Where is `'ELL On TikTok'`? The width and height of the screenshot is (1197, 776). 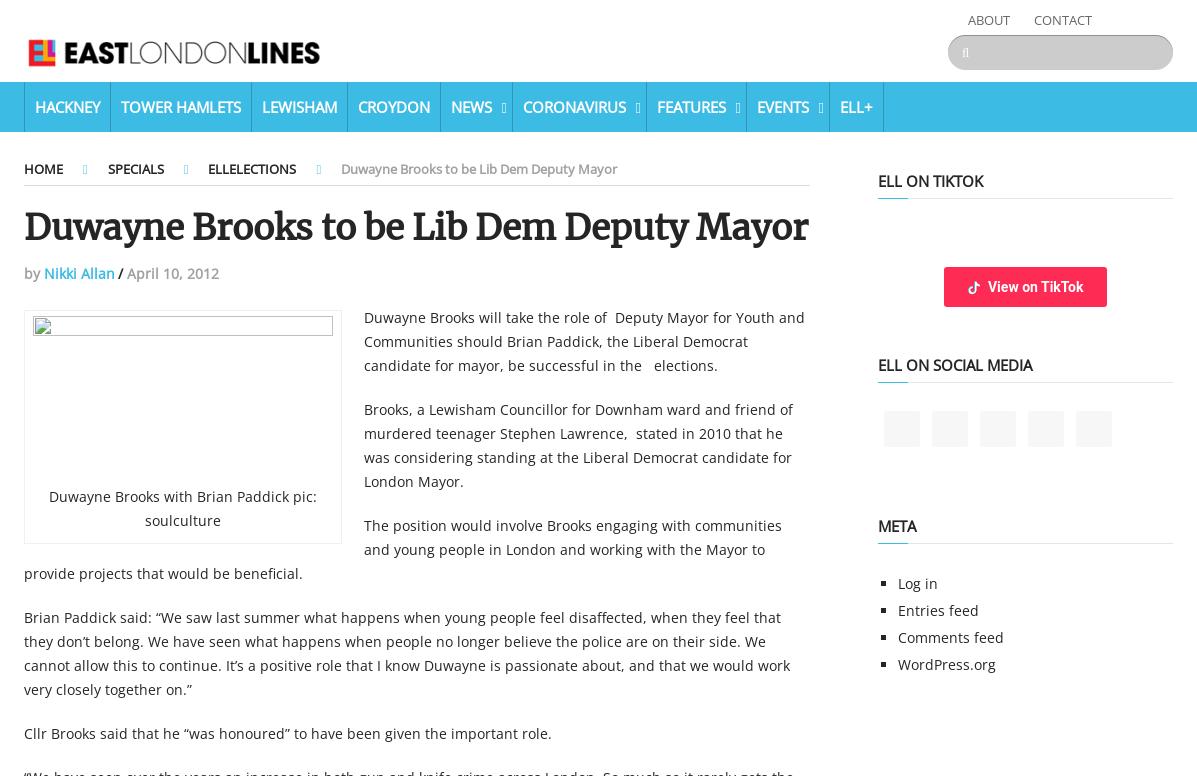 'ELL On TikTok' is located at coordinates (877, 179).